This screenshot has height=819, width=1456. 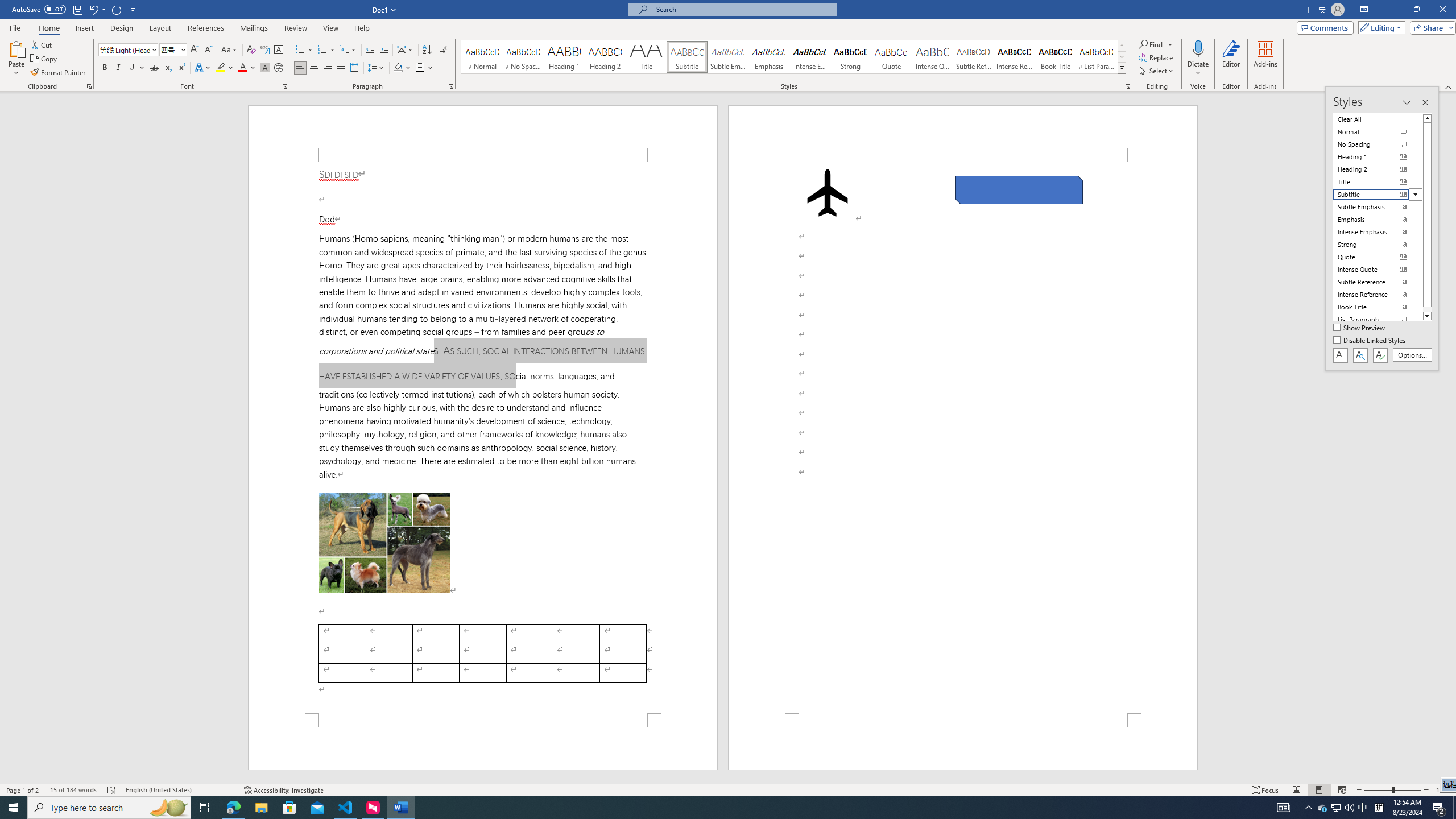 What do you see at coordinates (225, 67) in the screenshot?
I see `'Text Highlight Color'` at bounding box center [225, 67].